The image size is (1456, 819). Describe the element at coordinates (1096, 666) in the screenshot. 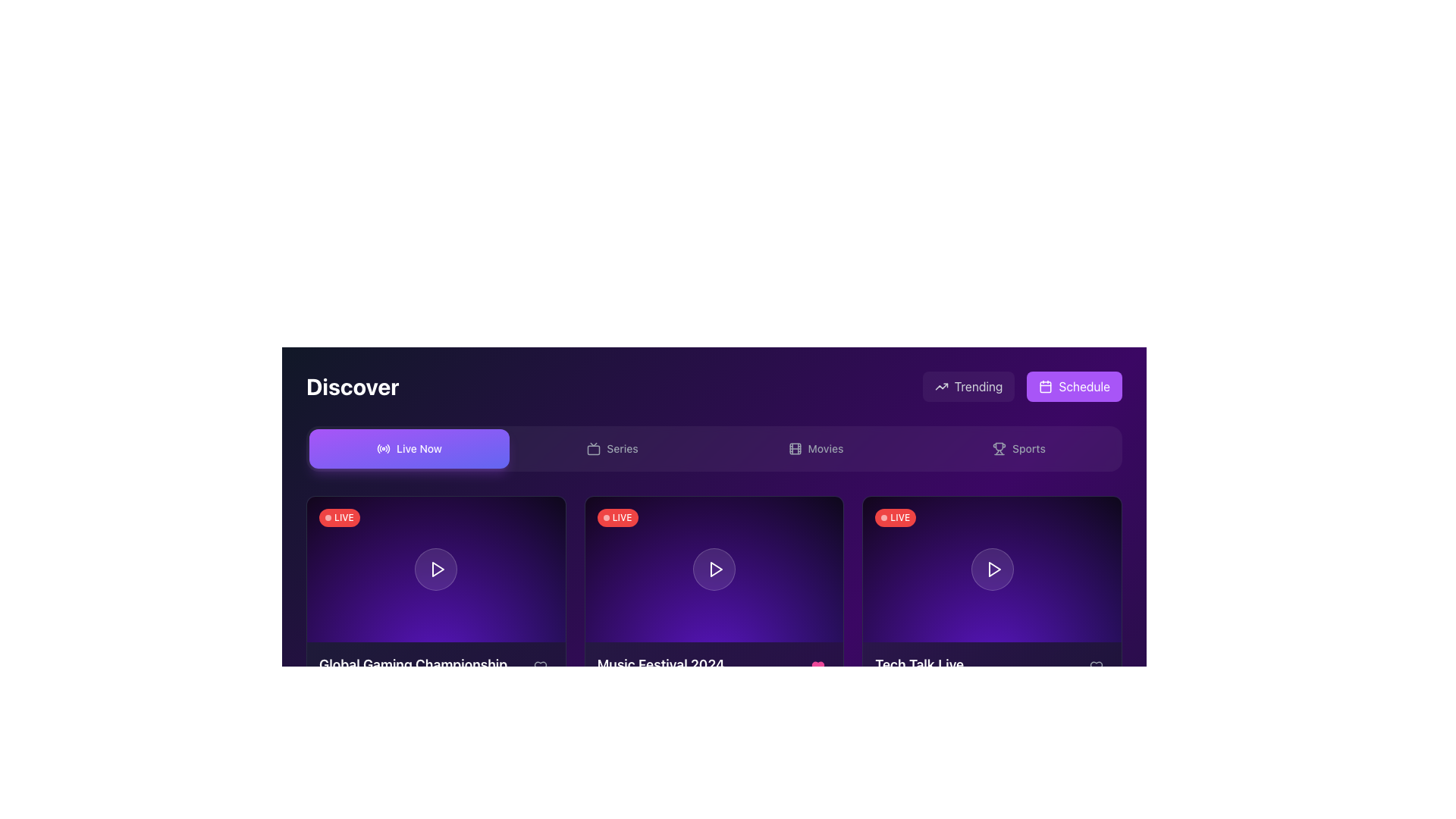

I see `the interactive button with a heart icon located in the bottom-right corner of the 'Tech Talk Live' card` at that location.